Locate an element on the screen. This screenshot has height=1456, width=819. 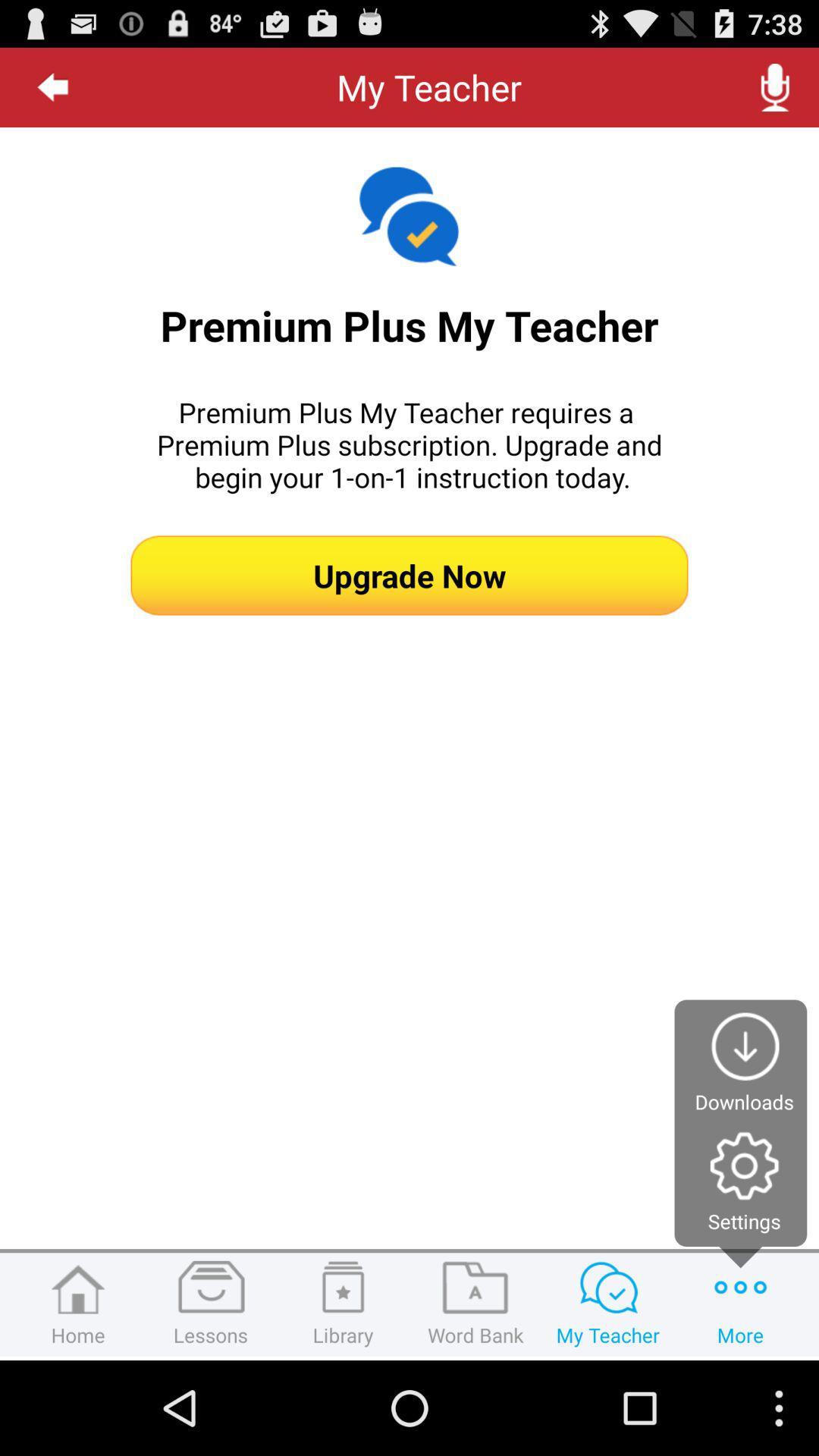
the app below premium plus my is located at coordinates (409, 574).